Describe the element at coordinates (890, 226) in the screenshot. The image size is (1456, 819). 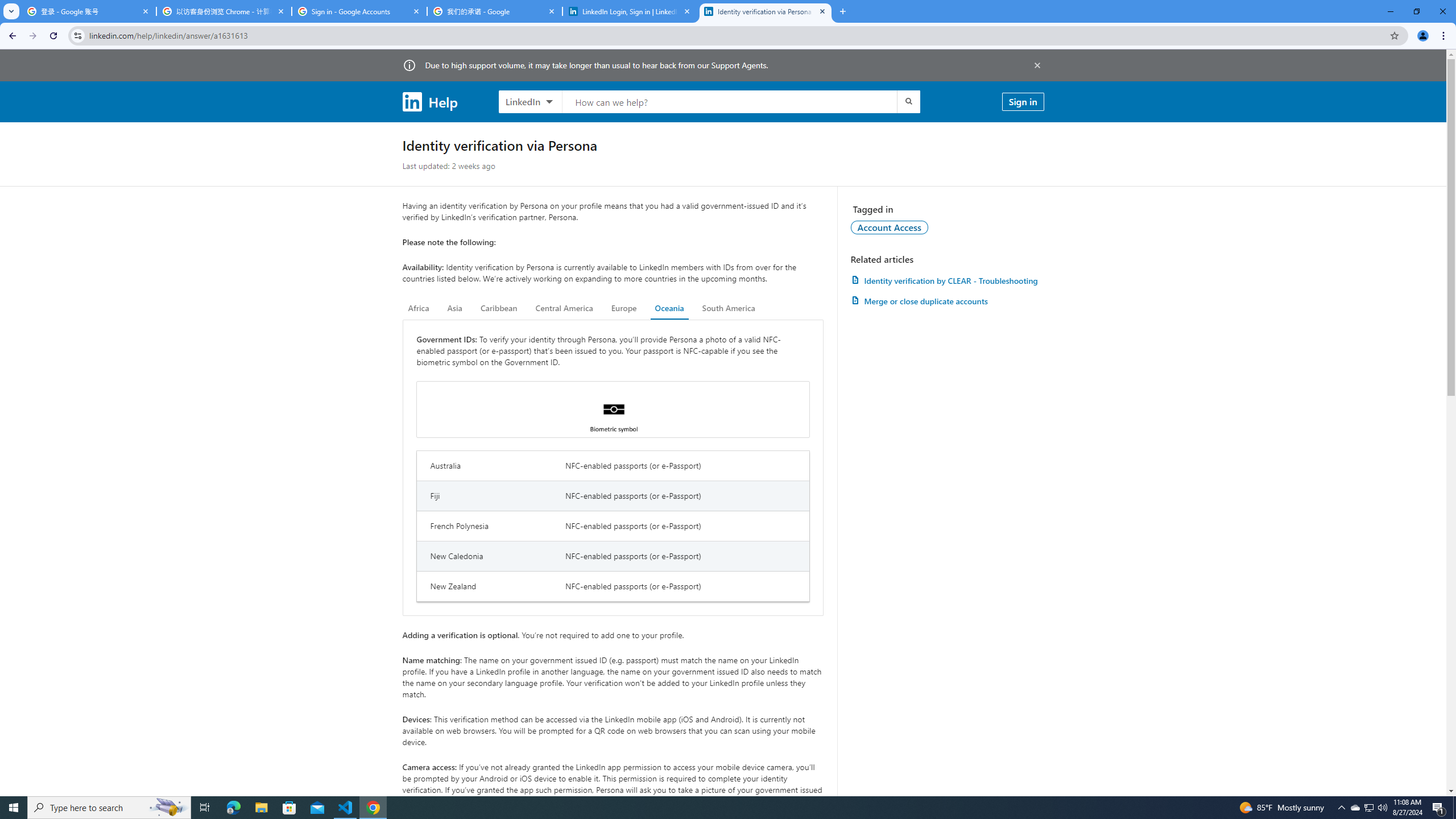
I see `'AutomationID: topic-link-a151002'` at that location.